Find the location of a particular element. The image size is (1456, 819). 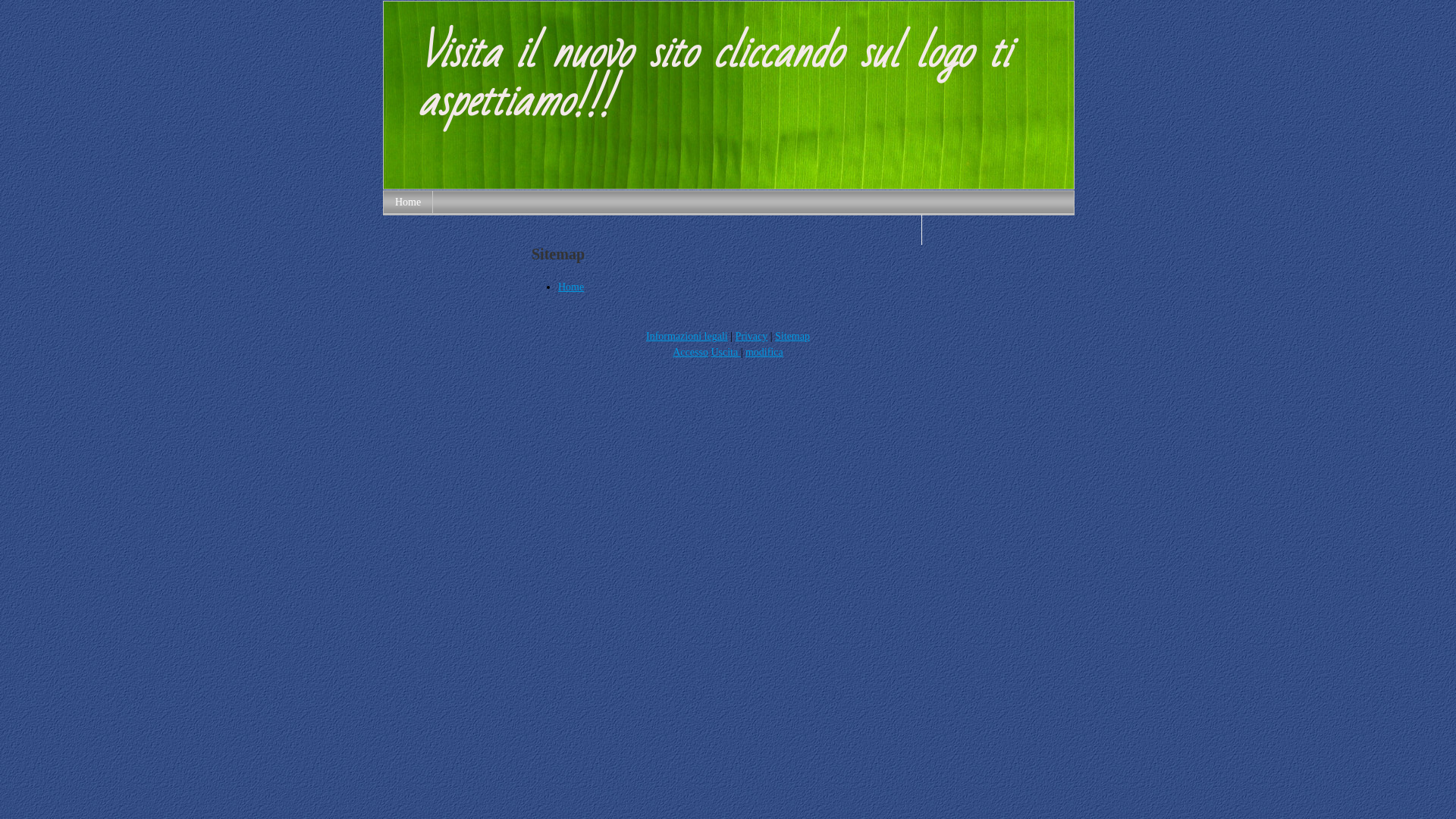

'Sitemap' is located at coordinates (792, 335).